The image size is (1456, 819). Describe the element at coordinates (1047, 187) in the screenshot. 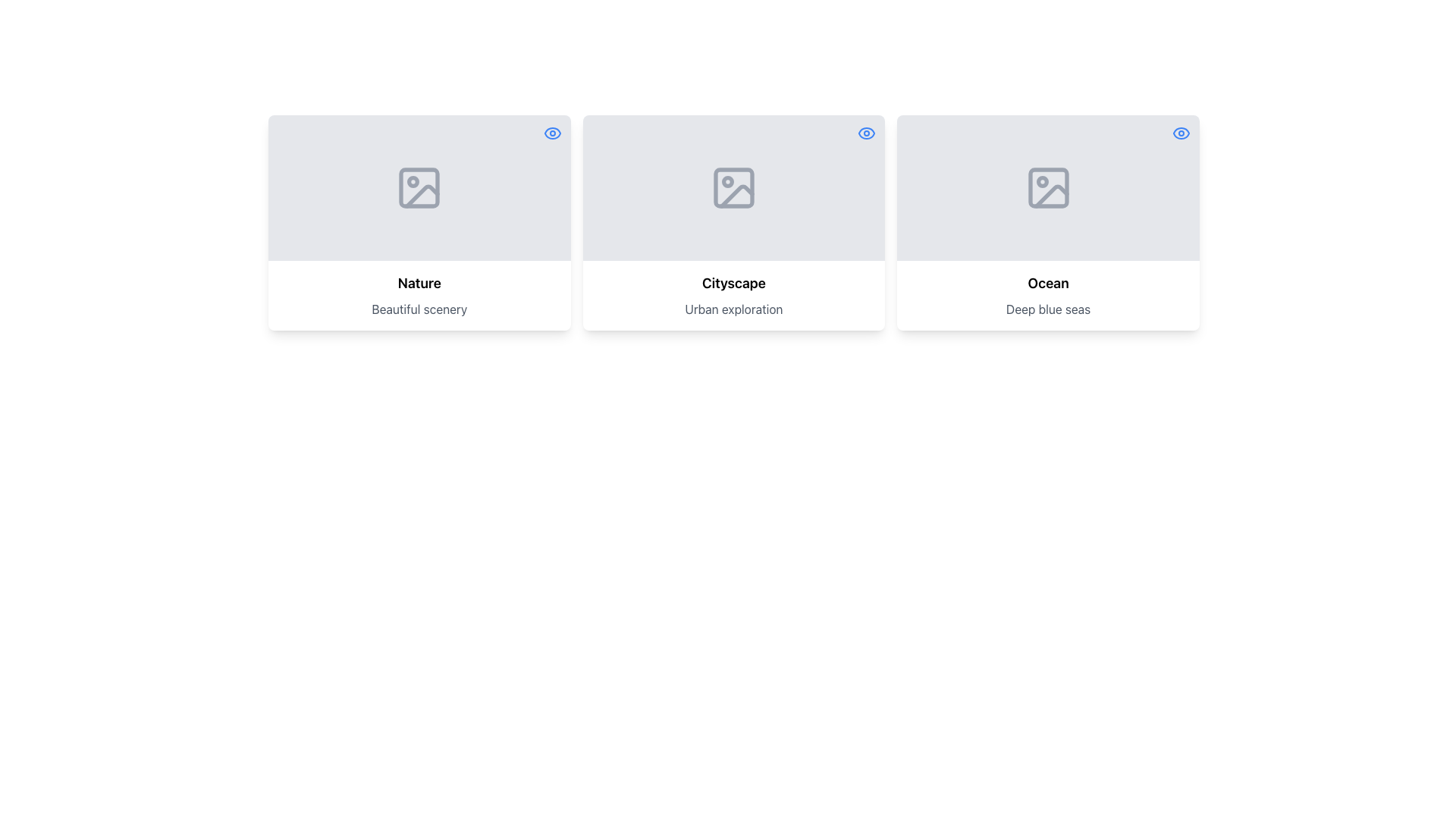

I see `the decorative graphical component that is part of the ocean card icon depicting mountains and a sun, located at the bottom-right section of the layout` at that location.